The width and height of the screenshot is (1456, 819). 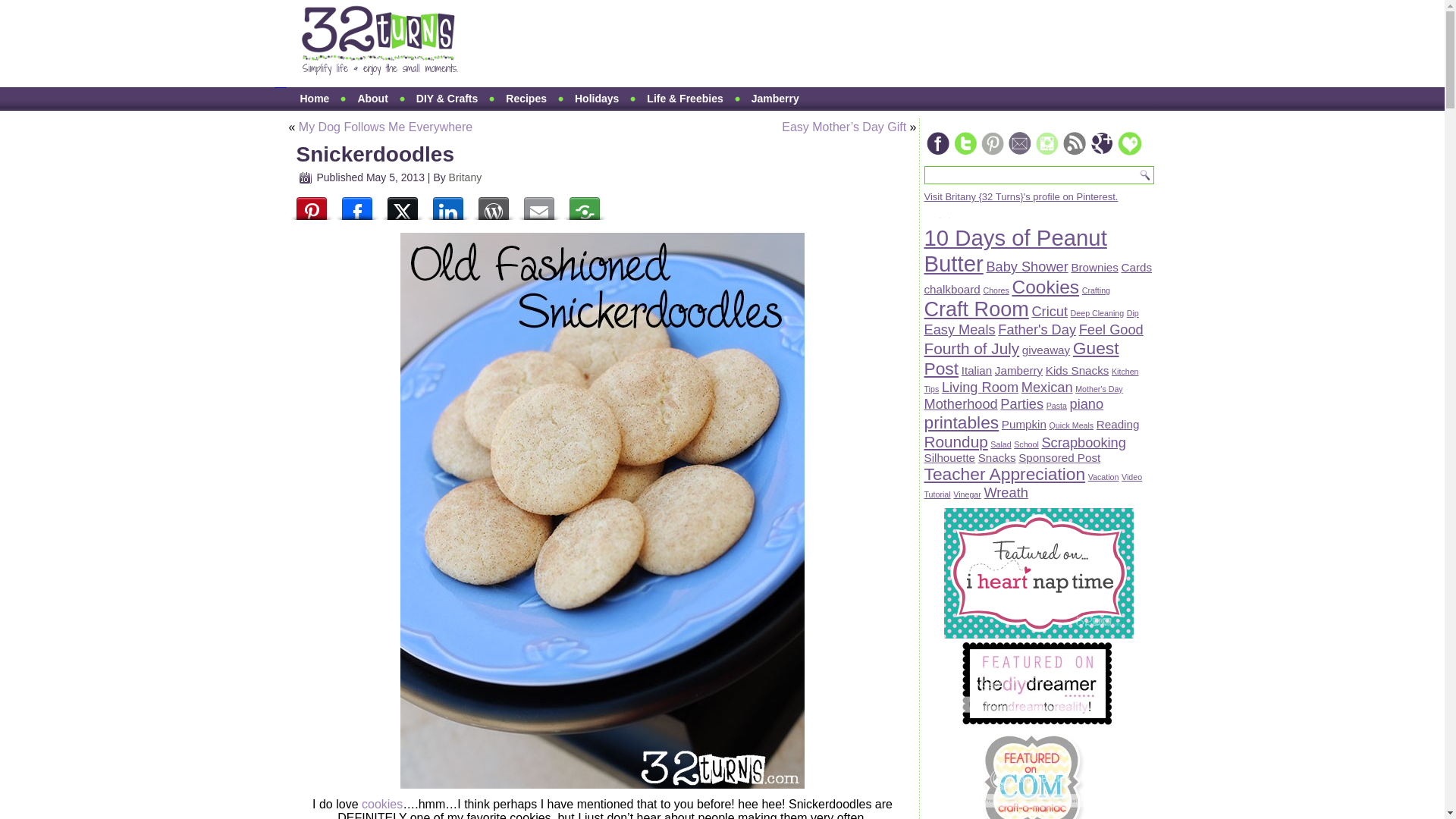 I want to click on 'Crafting', so click(x=1096, y=290).